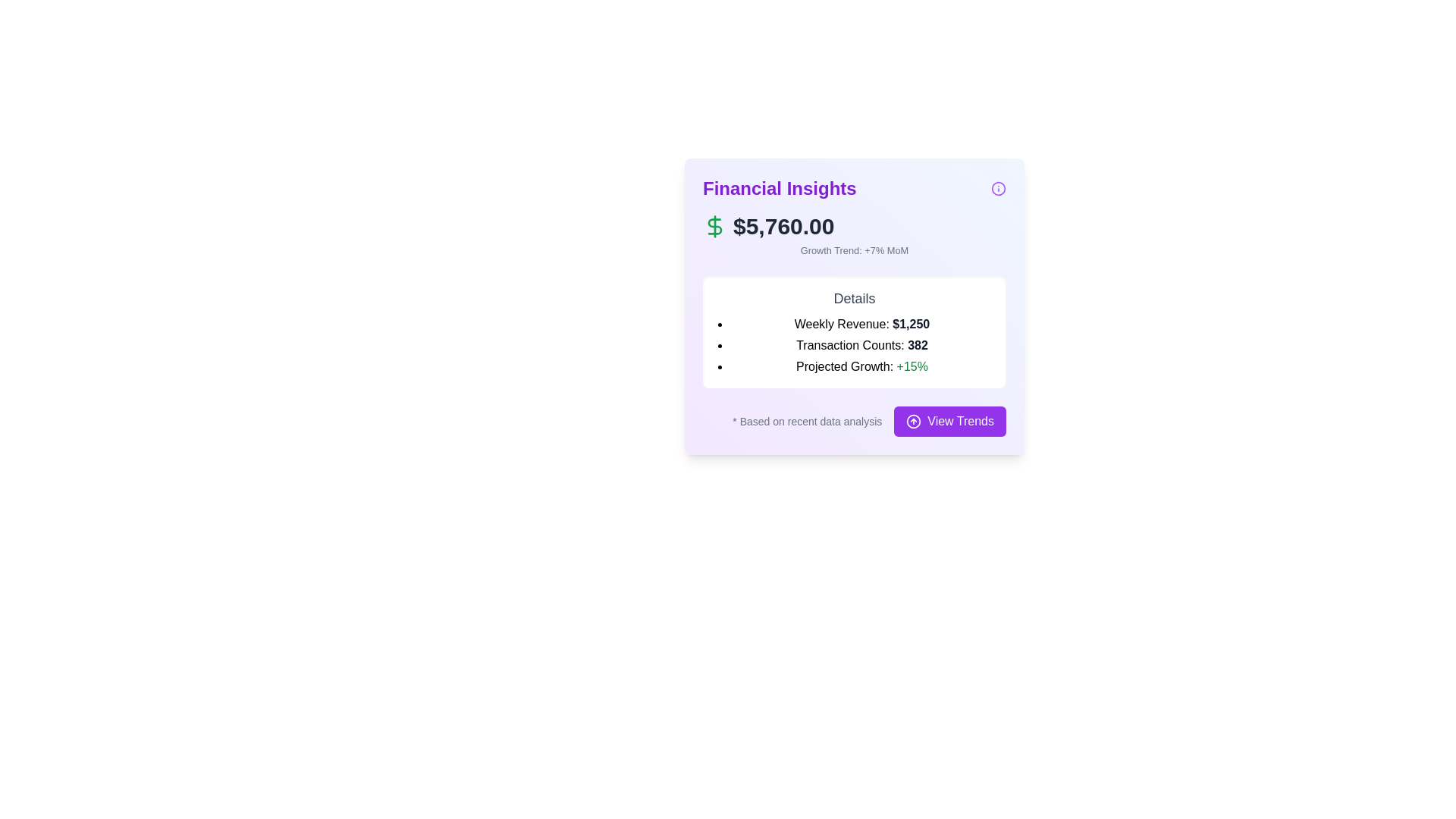 The image size is (1456, 819). I want to click on the circular icon located at the top-right of the 'Financial Insights' card, so click(998, 188).